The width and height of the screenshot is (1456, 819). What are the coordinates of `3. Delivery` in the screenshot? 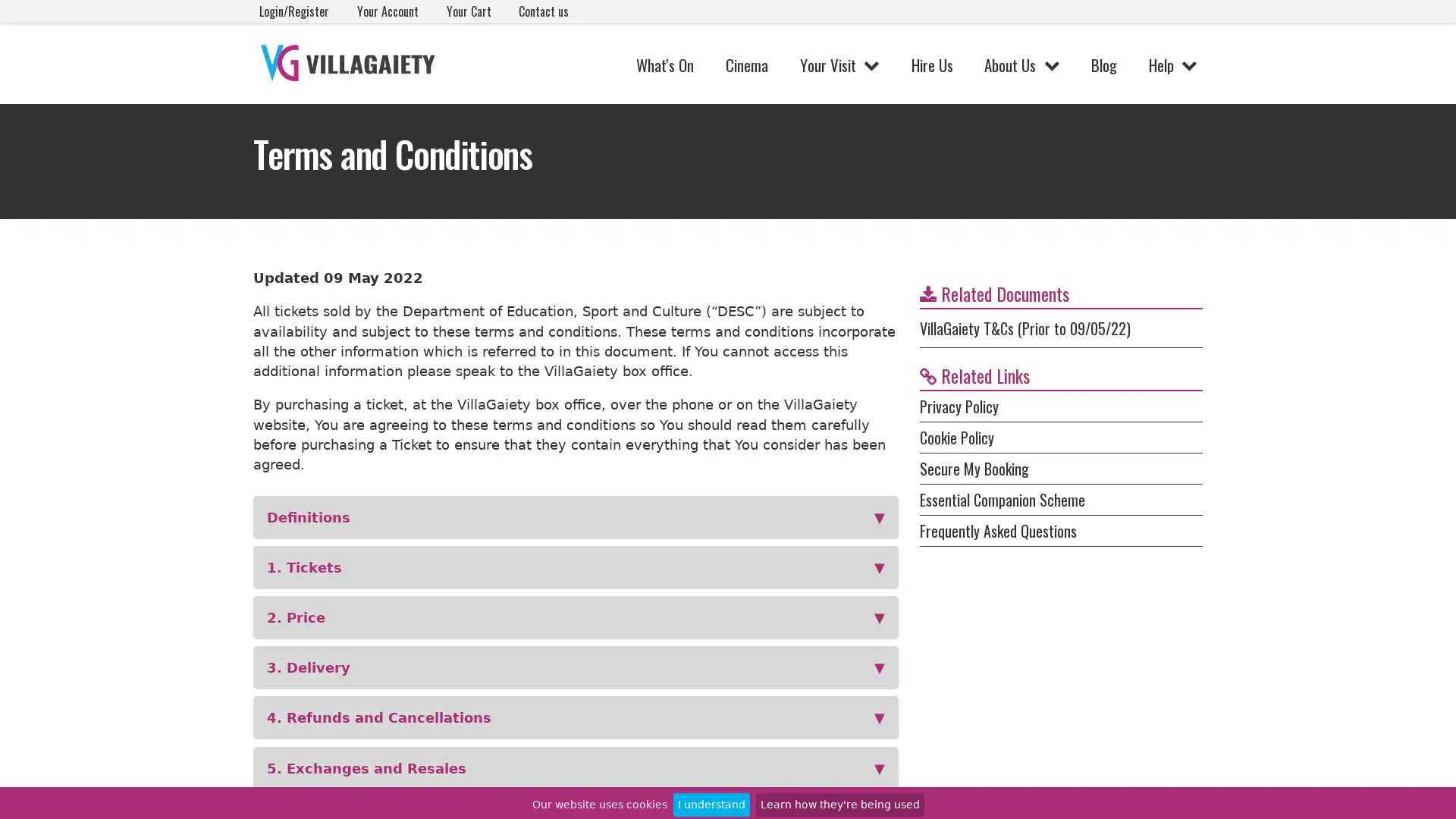 It's located at (575, 667).